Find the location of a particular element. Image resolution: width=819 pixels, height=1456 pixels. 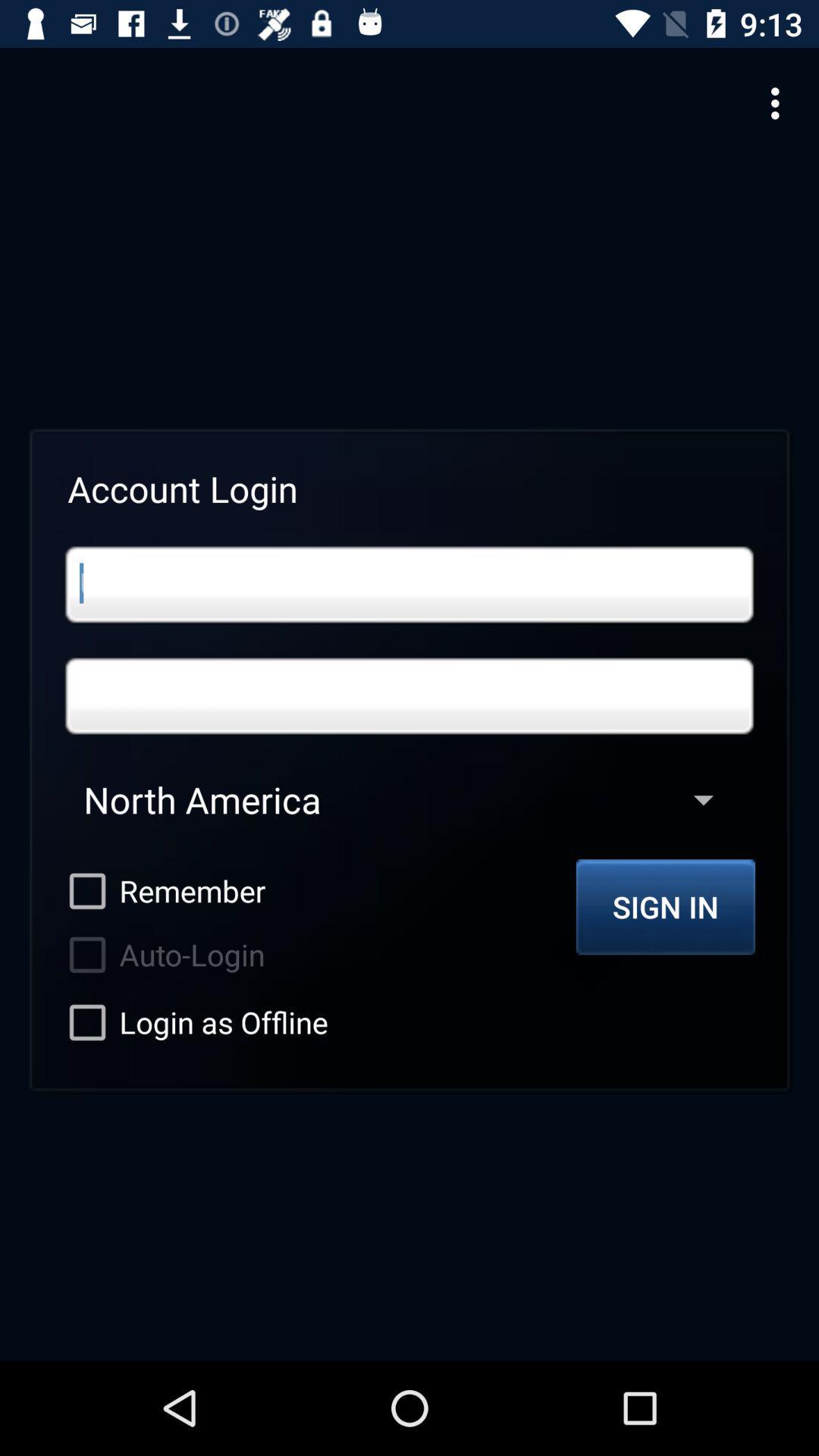

login credentials is located at coordinates (409, 584).